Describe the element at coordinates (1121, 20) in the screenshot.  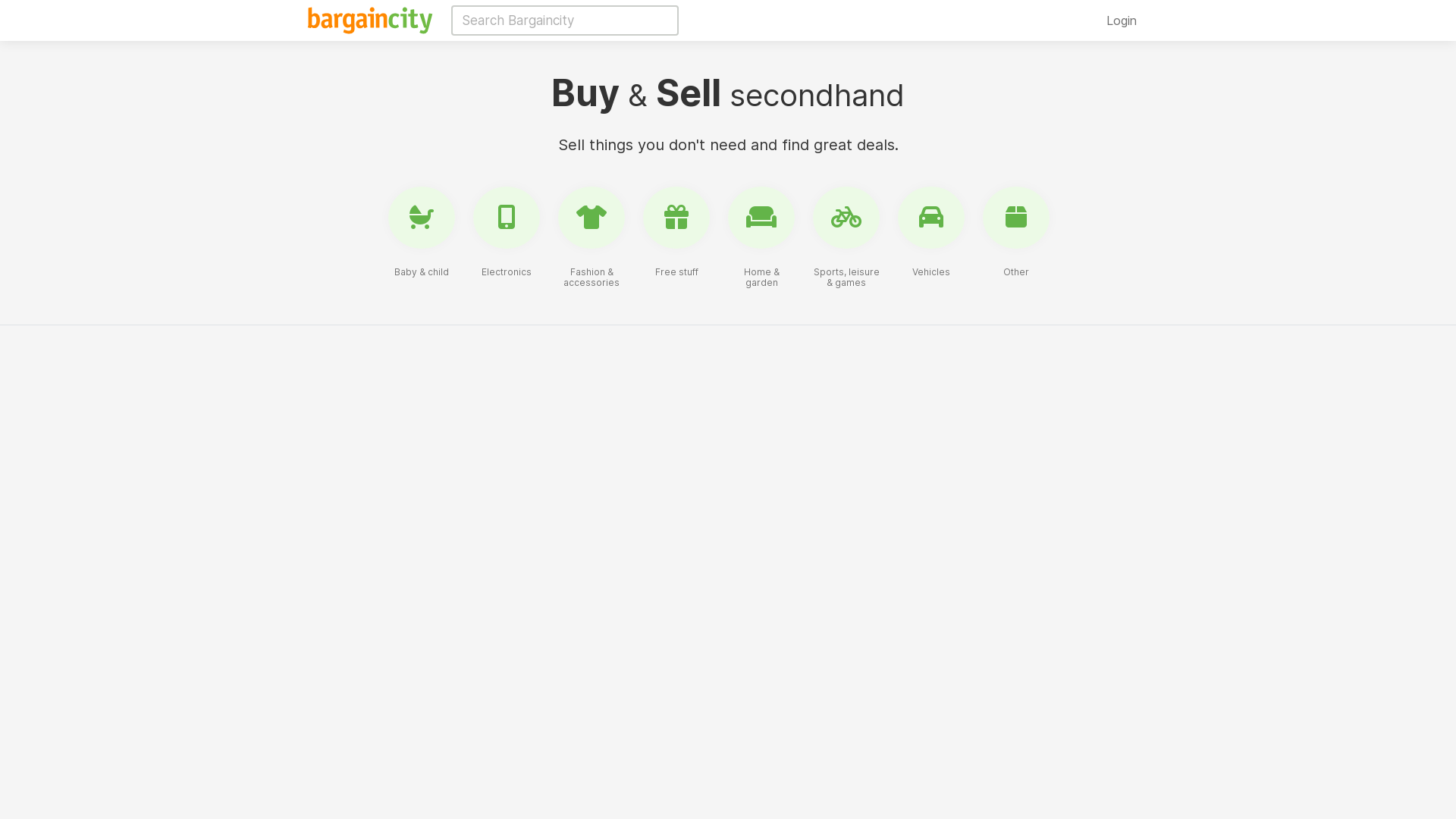
I see `'Login'` at that location.